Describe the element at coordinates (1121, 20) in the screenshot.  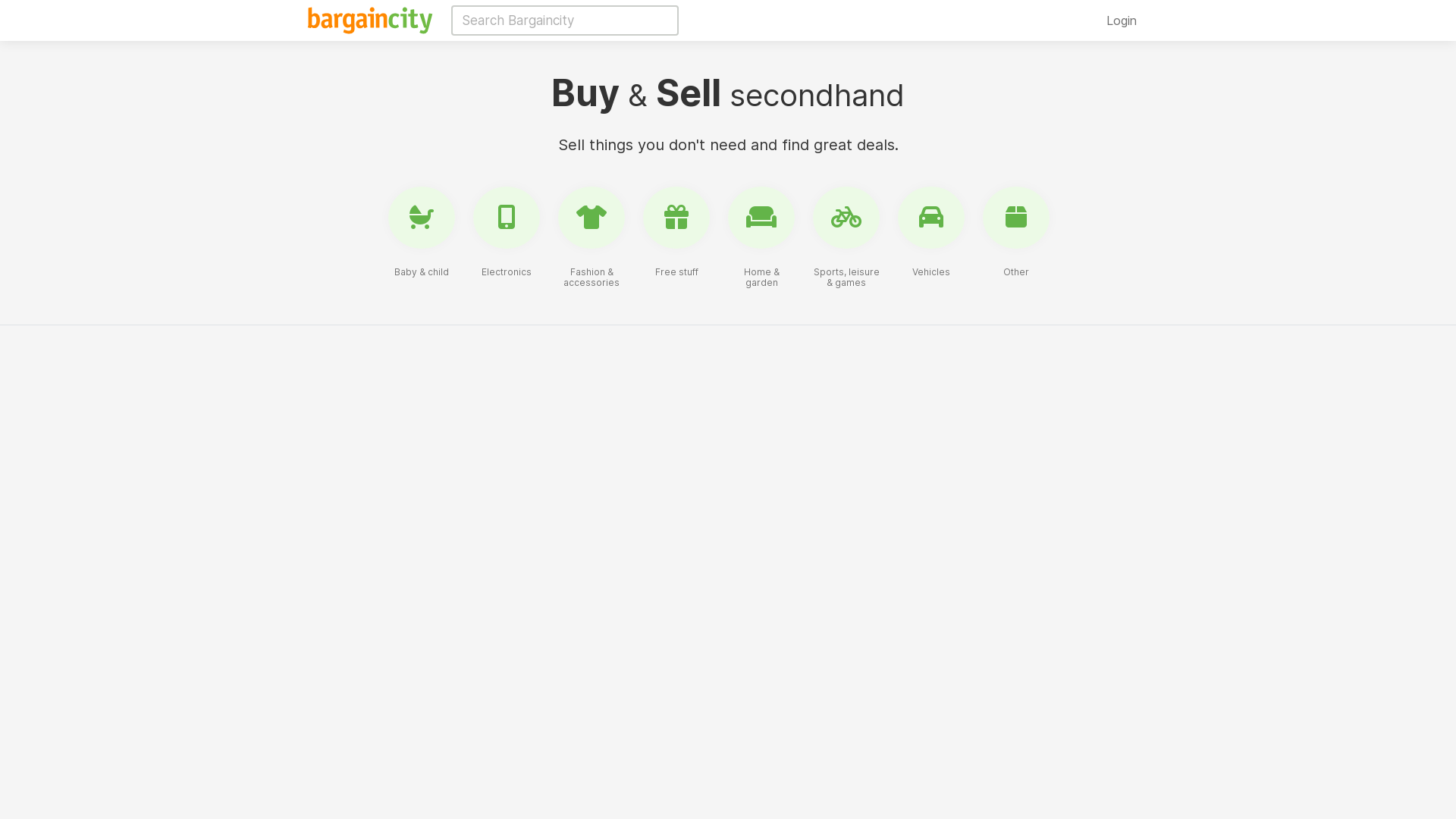
I see `'Login'` at that location.